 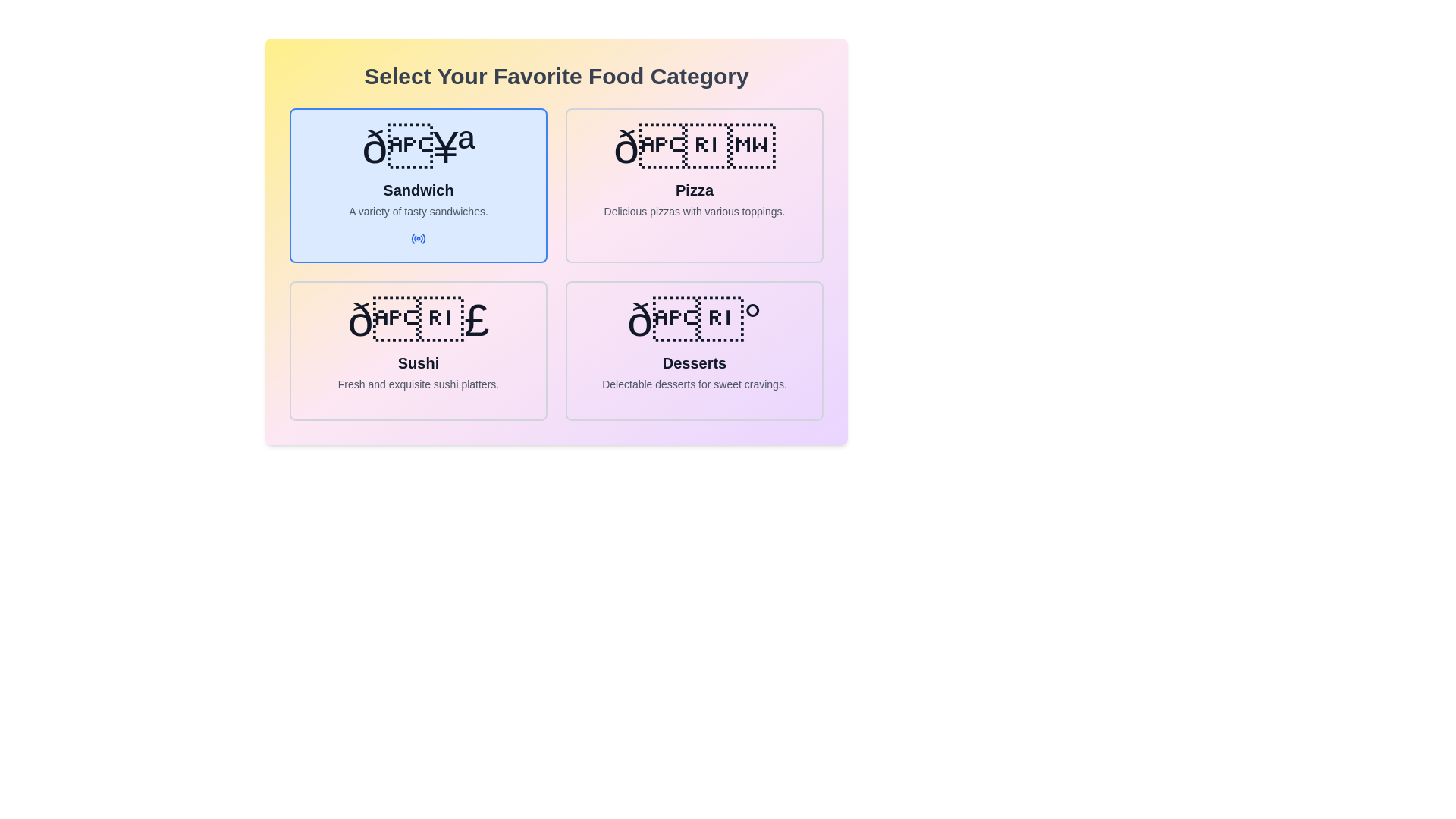 I want to click on the 'Sandwich' text label, which serves as the title for the food category card, positioned in the center of the top-left card in a grid layout, so click(x=419, y=189).